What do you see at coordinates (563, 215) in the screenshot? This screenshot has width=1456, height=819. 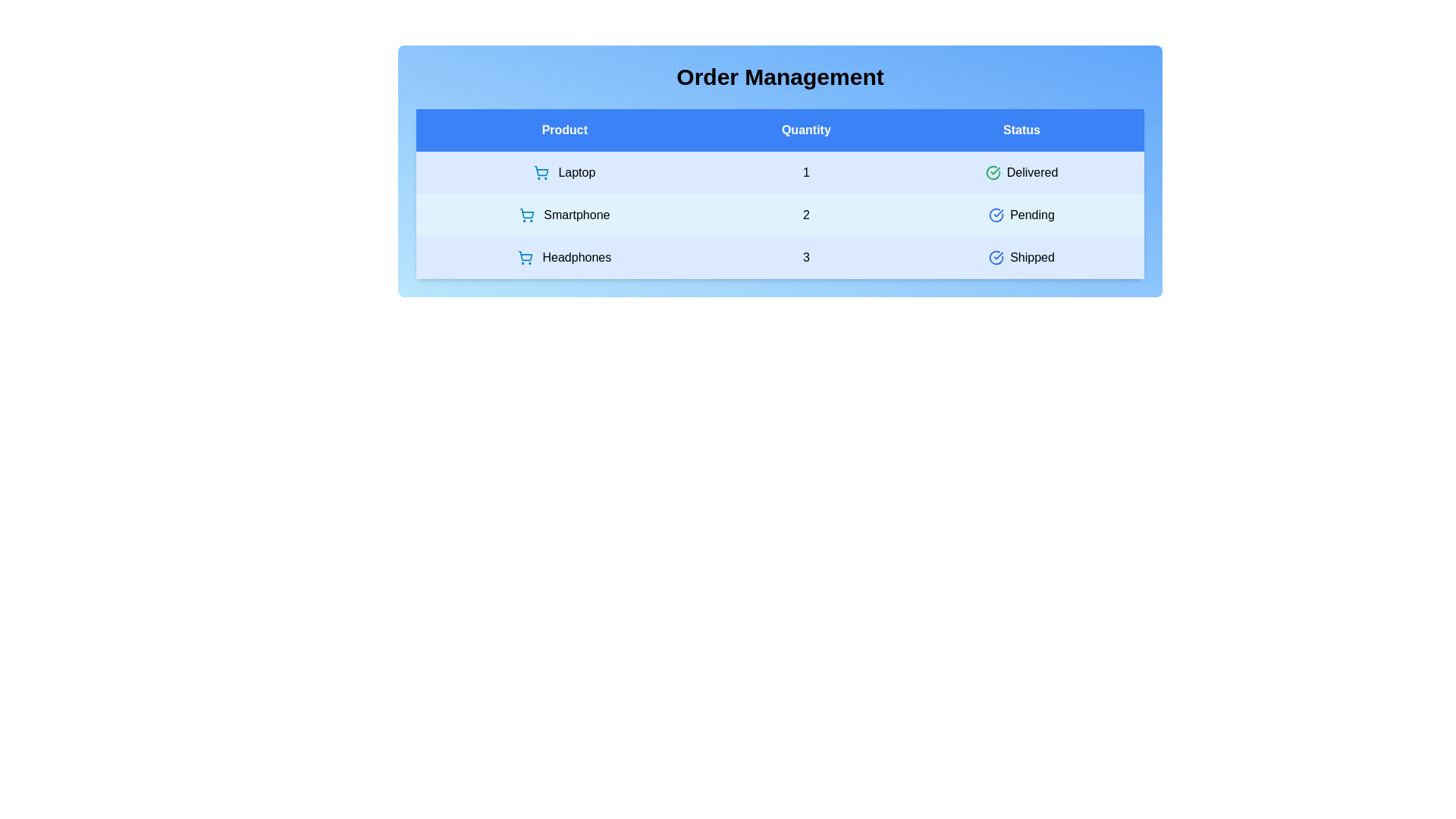 I see `the product name Smartphone to select it` at bounding box center [563, 215].